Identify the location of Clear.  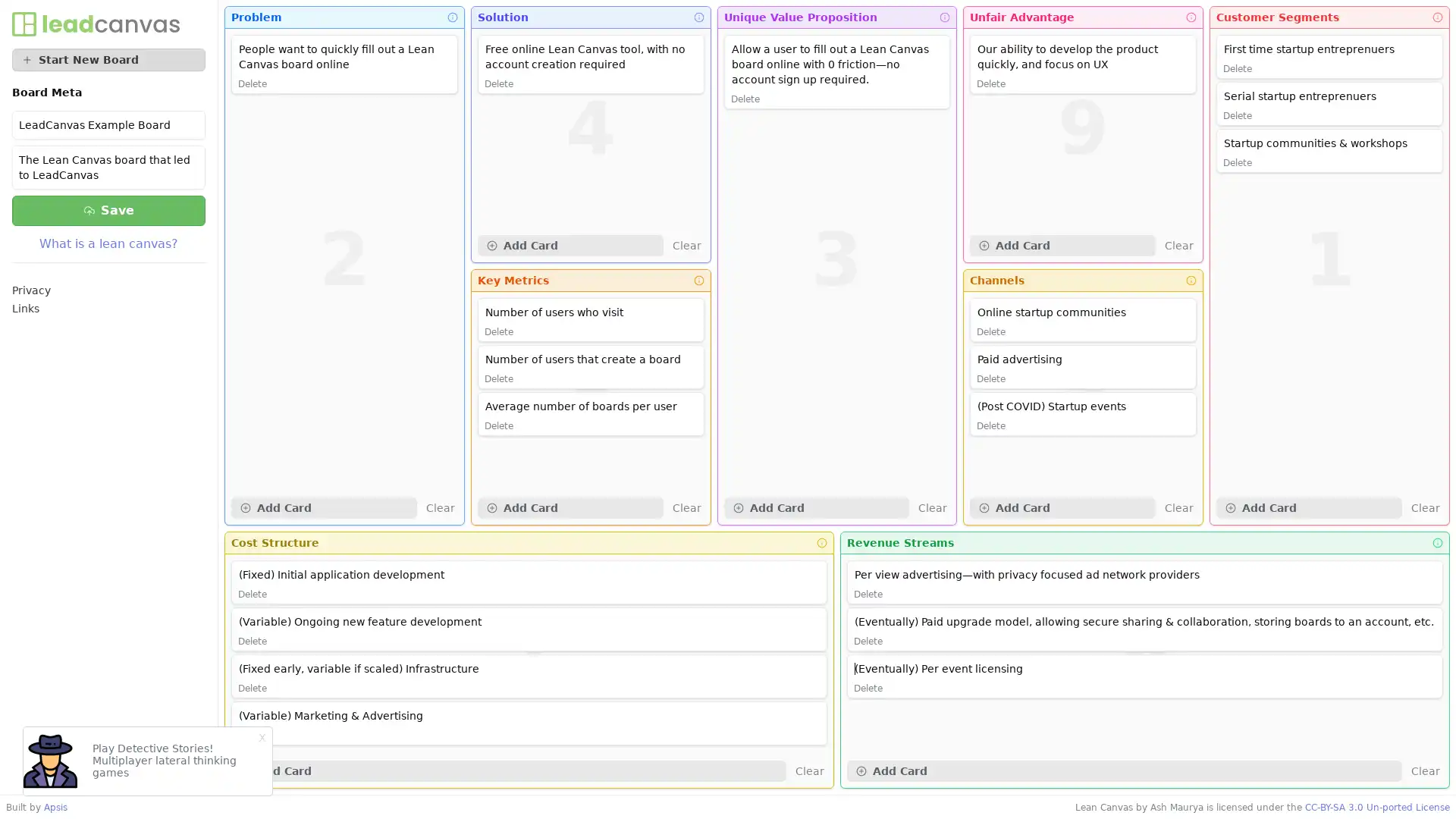
(439, 508).